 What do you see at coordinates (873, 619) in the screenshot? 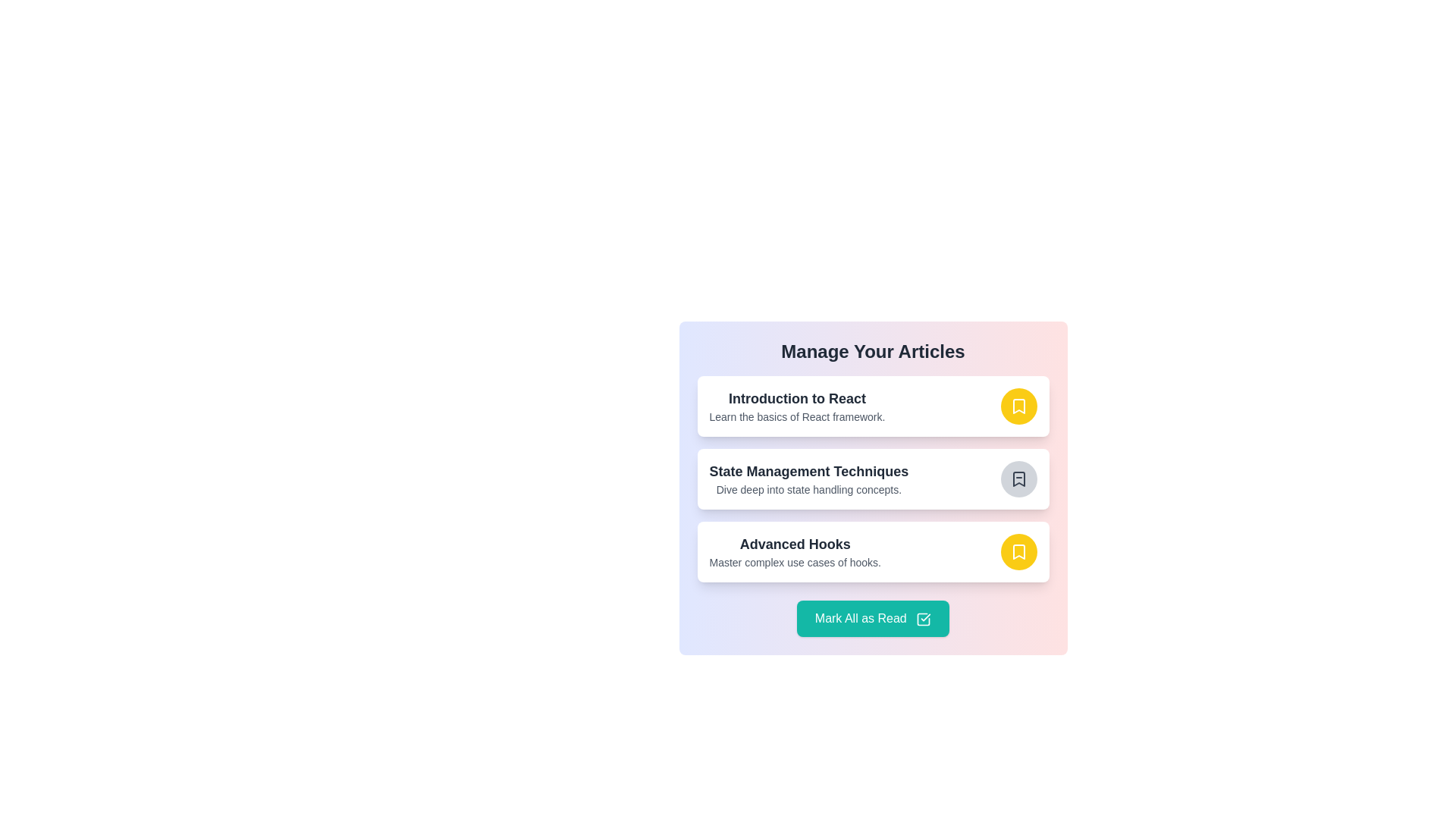
I see `'Mark All as Read' button to mark all articles as read` at bounding box center [873, 619].